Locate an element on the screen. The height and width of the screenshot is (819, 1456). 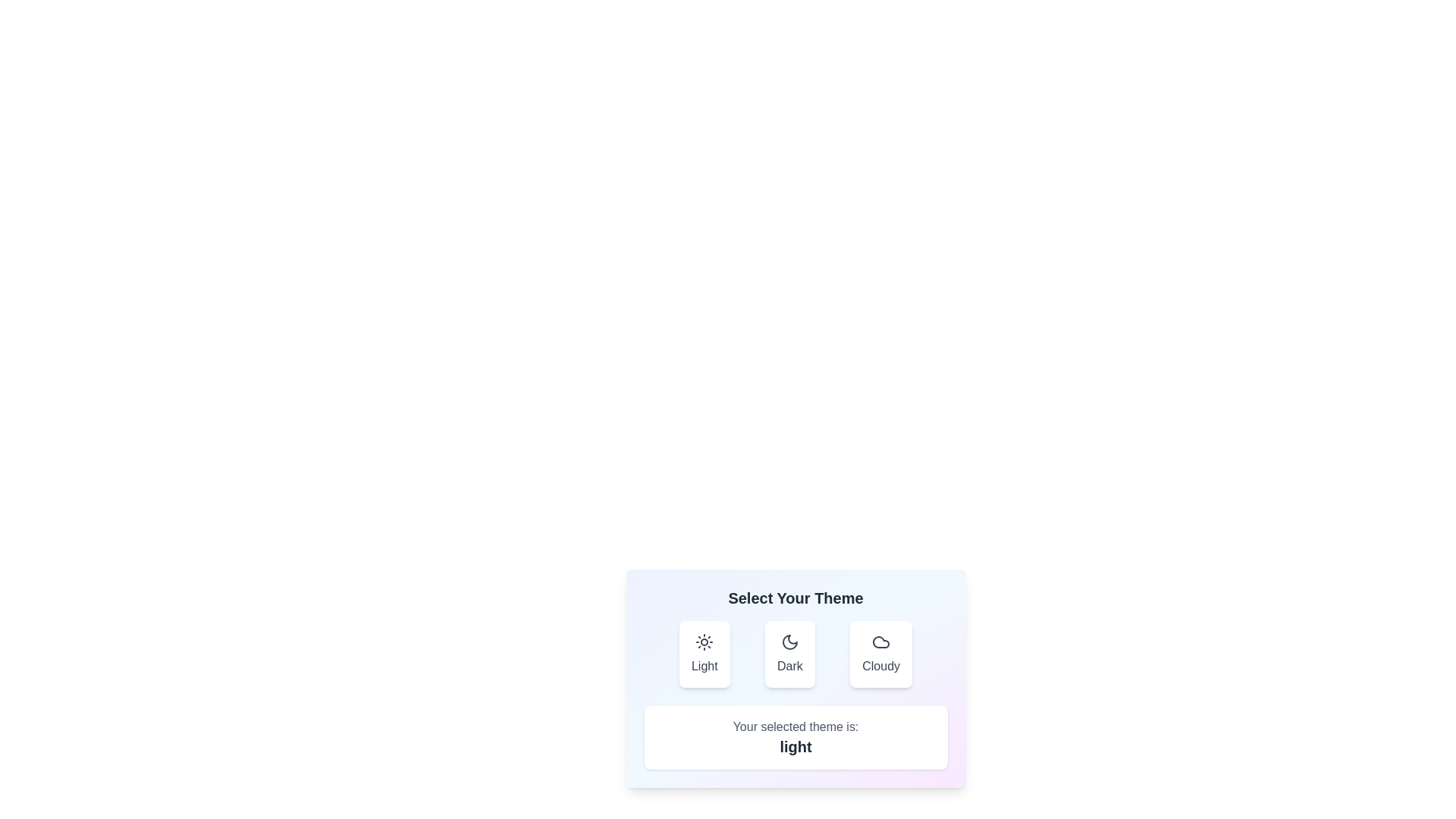
the 'Light' theme button, which is a card-like button with a light blue background, featuring a sun icon and rounded corners, located in the middle of the dialog box is located at coordinates (704, 654).